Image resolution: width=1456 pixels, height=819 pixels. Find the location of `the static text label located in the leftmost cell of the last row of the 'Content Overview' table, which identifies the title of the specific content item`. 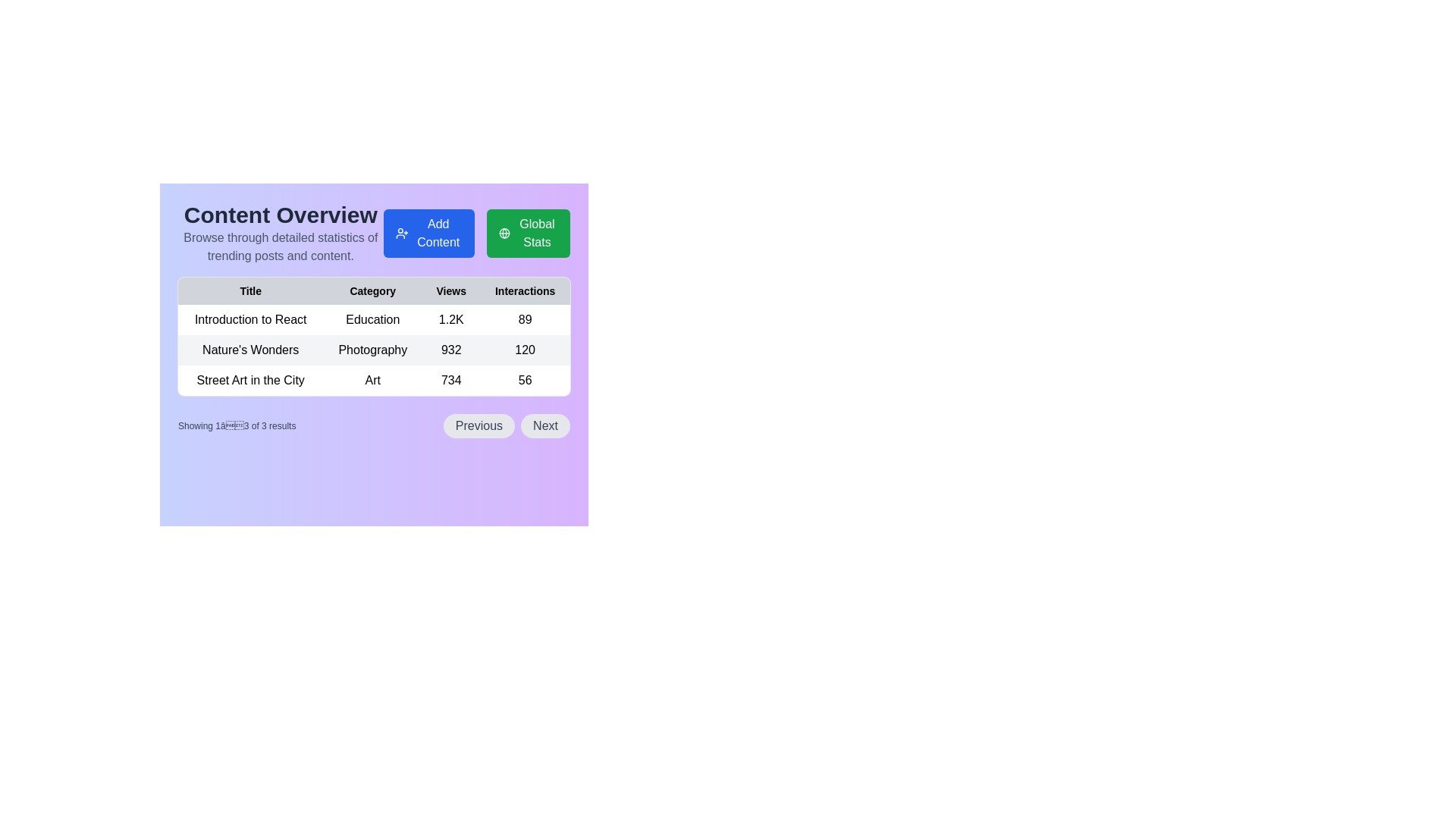

the static text label located in the leftmost cell of the last row of the 'Content Overview' table, which identifies the title of the specific content item is located at coordinates (250, 379).